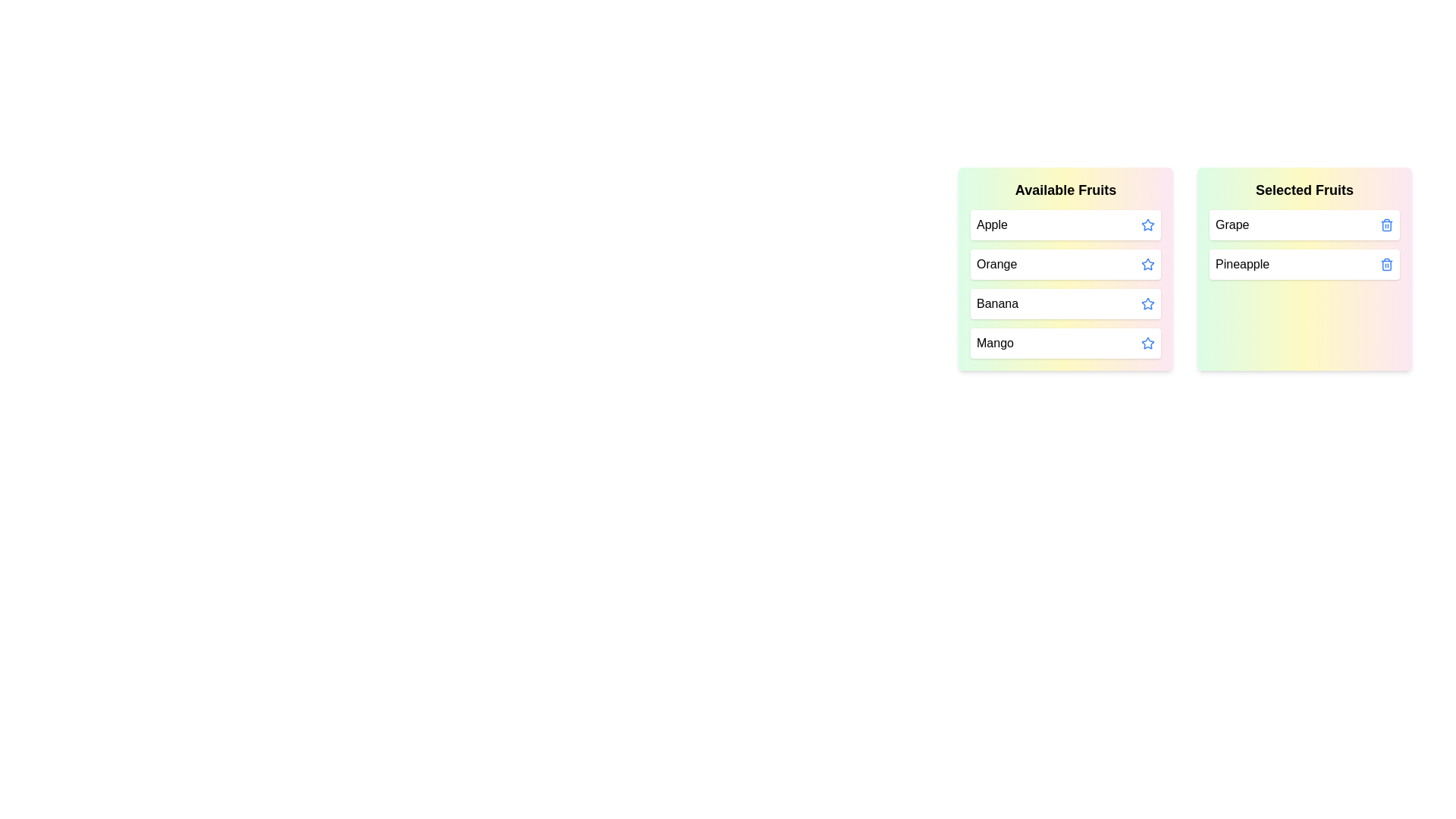 The image size is (1456, 819). What do you see at coordinates (1386, 263) in the screenshot?
I see `trash icon next to the item Pineapple in the 'Selected Fruits' list to move it back to 'Available Fruits'` at bounding box center [1386, 263].